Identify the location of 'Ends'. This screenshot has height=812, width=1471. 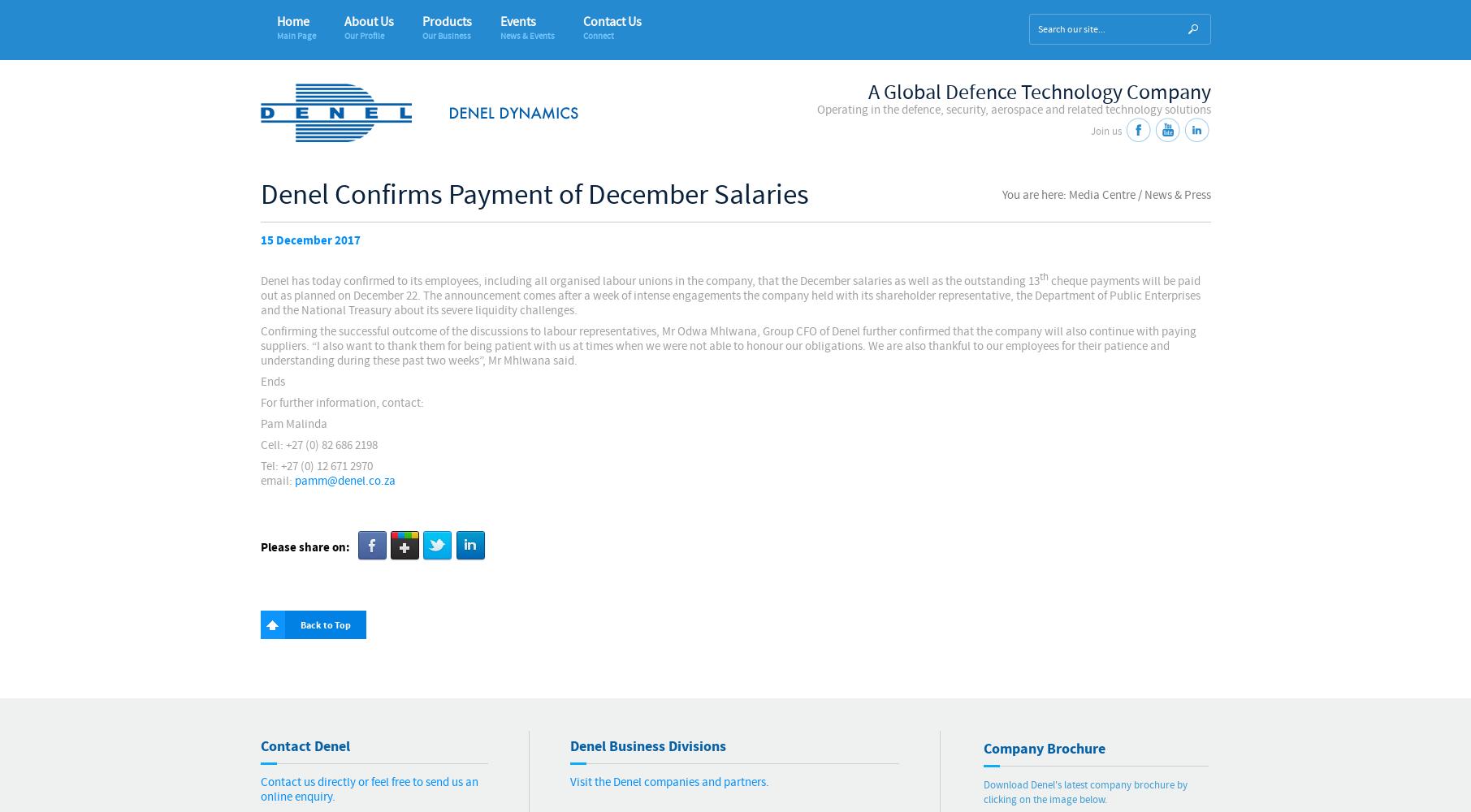
(259, 381).